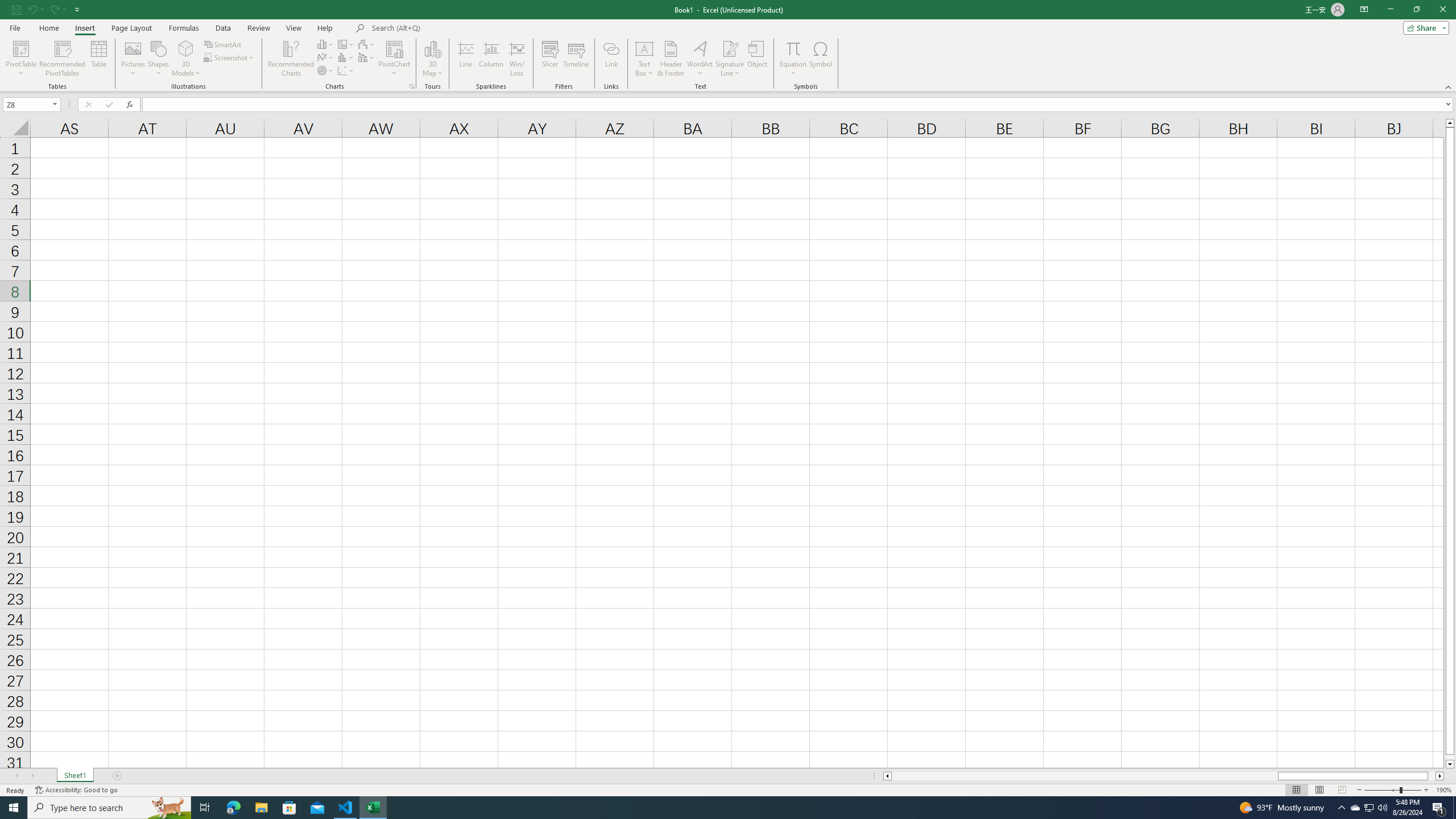 Image resolution: width=1456 pixels, height=819 pixels. What do you see at coordinates (346, 44) in the screenshot?
I see `'Insert Hierarchy Chart'` at bounding box center [346, 44].